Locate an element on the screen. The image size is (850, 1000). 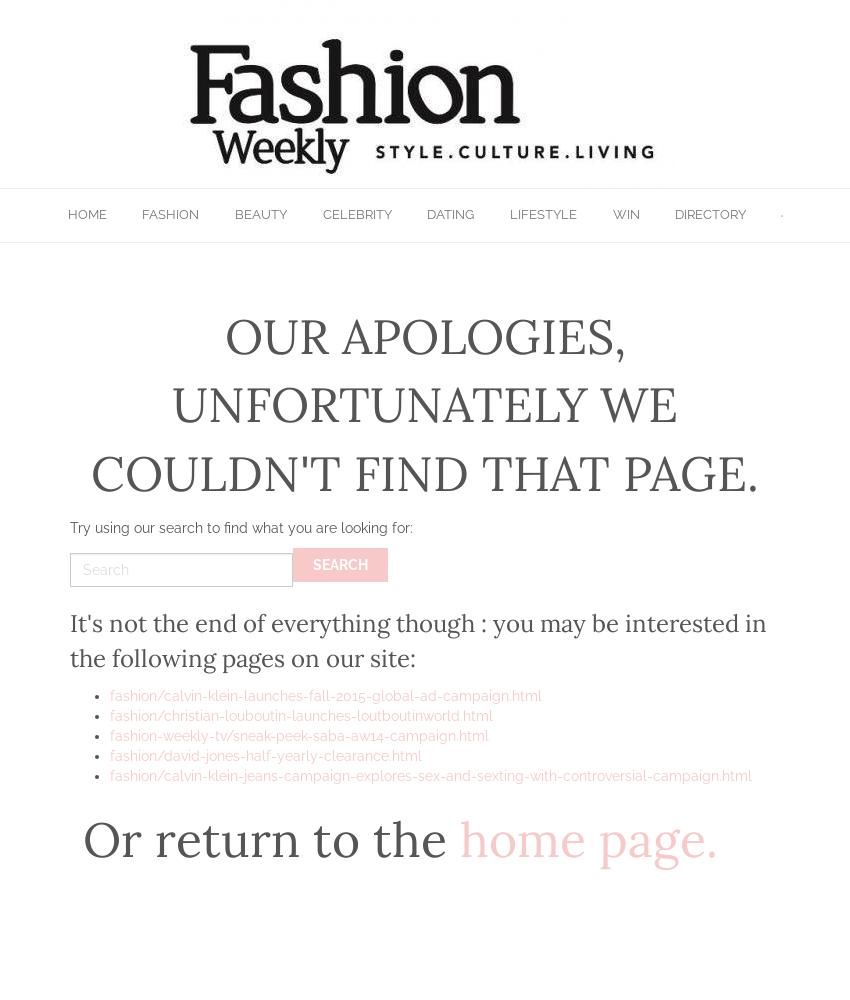
'It's not the end of everything though : you may be interested in the following pages on our site:' is located at coordinates (418, 640).